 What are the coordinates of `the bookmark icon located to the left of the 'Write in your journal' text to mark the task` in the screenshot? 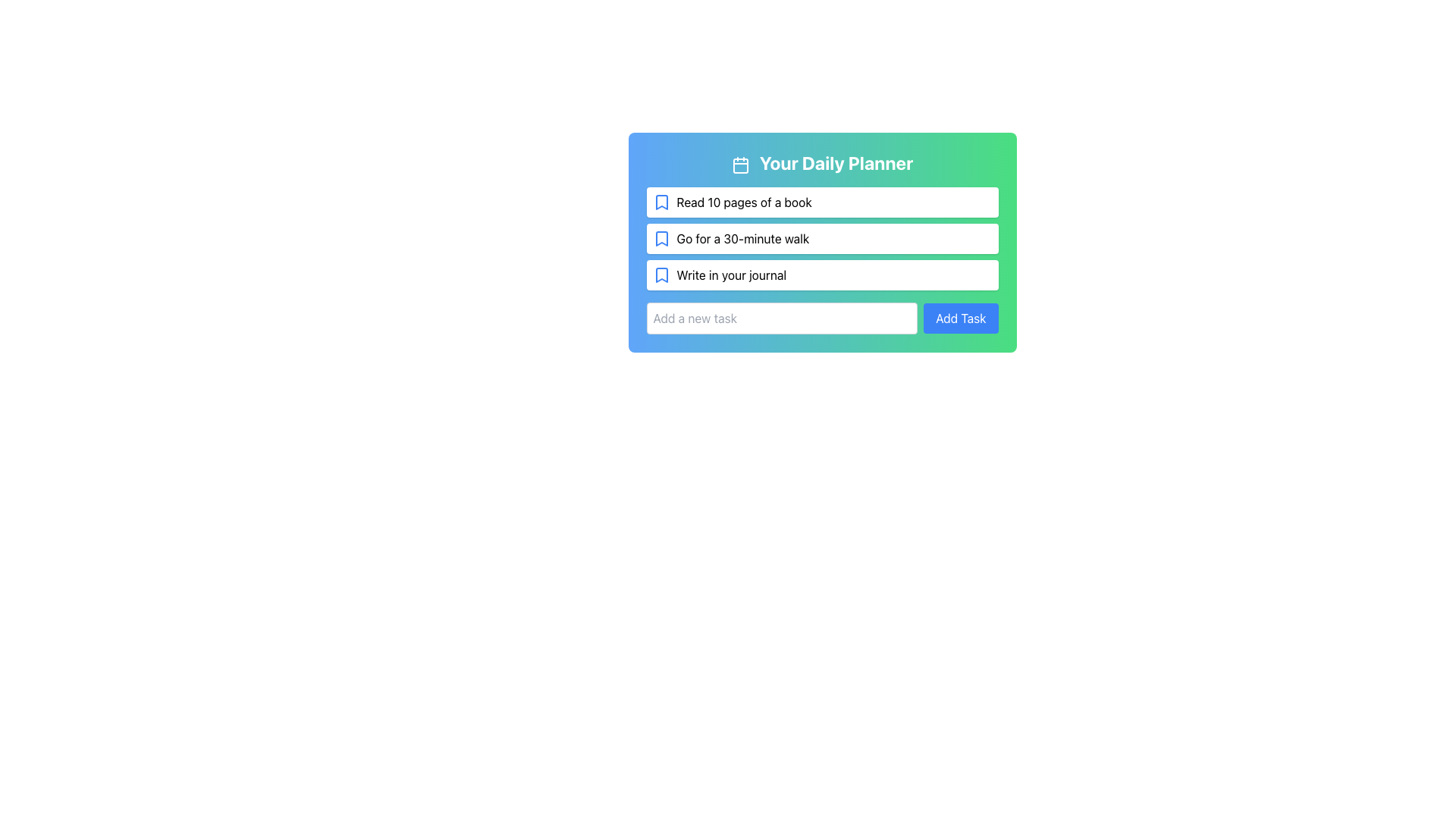 It's located at (661, 275).